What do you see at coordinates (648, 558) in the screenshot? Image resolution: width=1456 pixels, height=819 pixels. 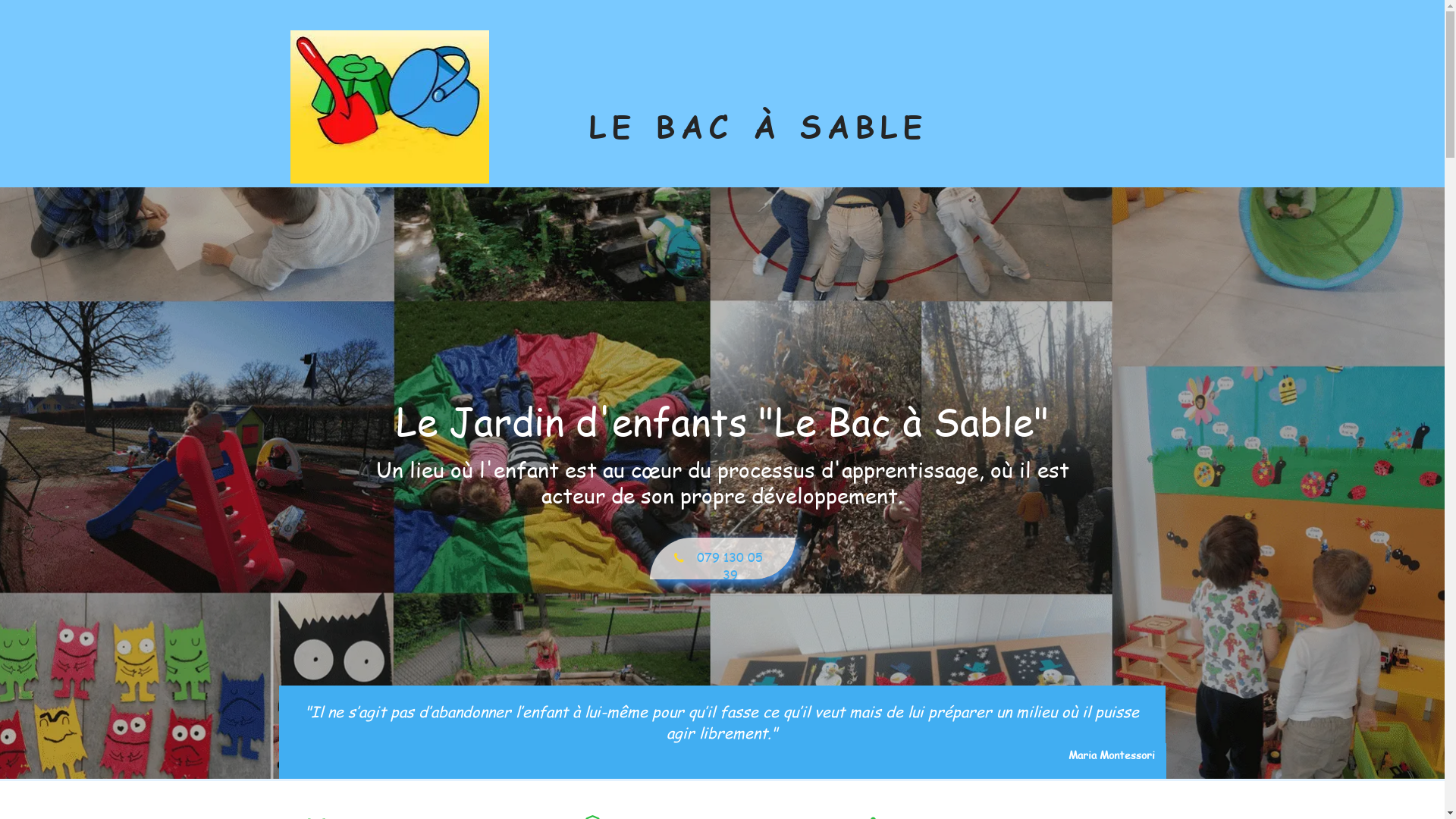 I see `'079 130 05 39'` at bounding box center [648, 558].